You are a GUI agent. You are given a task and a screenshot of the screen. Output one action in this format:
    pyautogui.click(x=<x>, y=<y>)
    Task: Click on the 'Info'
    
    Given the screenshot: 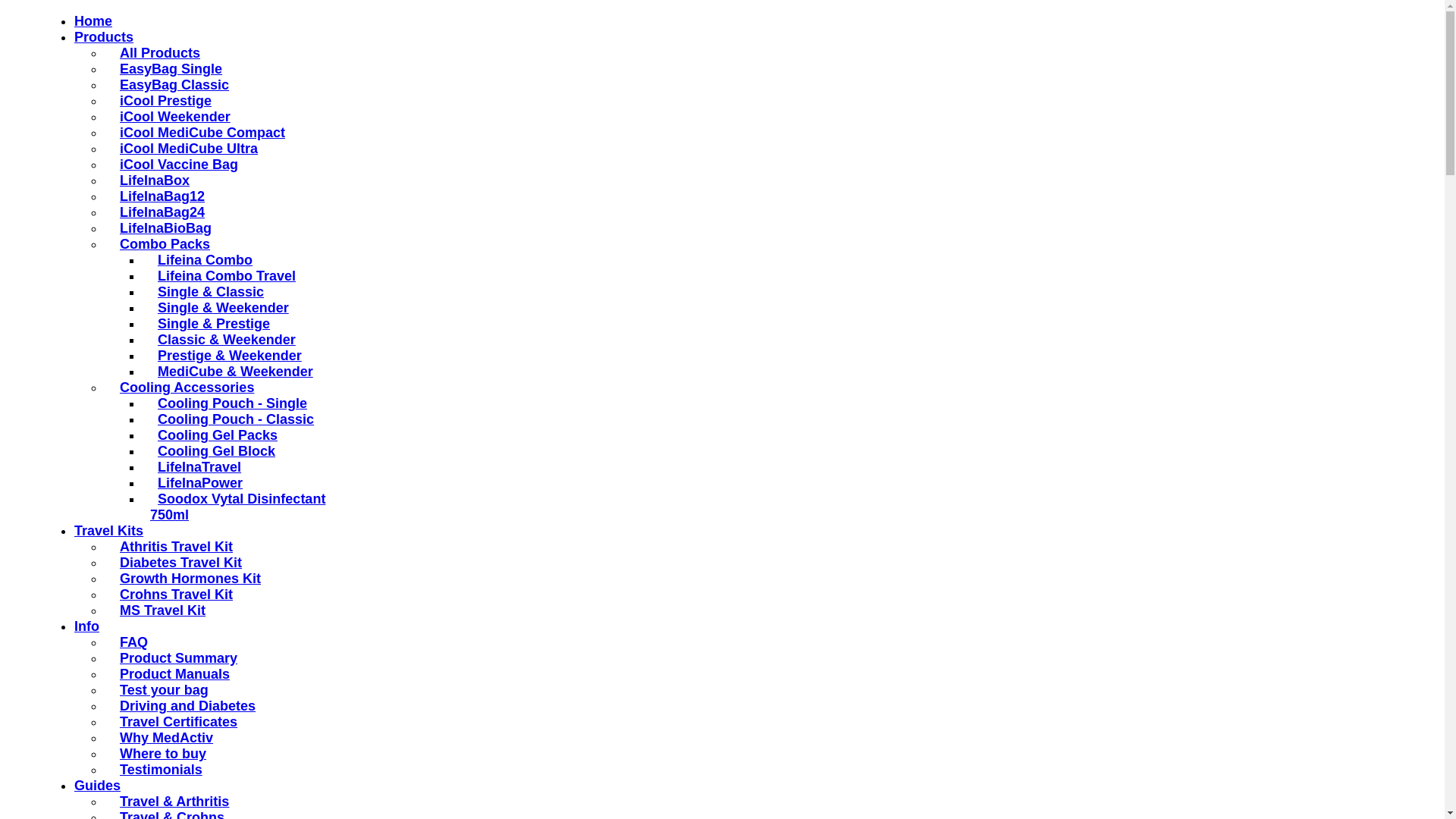 What is the action you would take?
    pyautogui.click(x=86, y=626)
    